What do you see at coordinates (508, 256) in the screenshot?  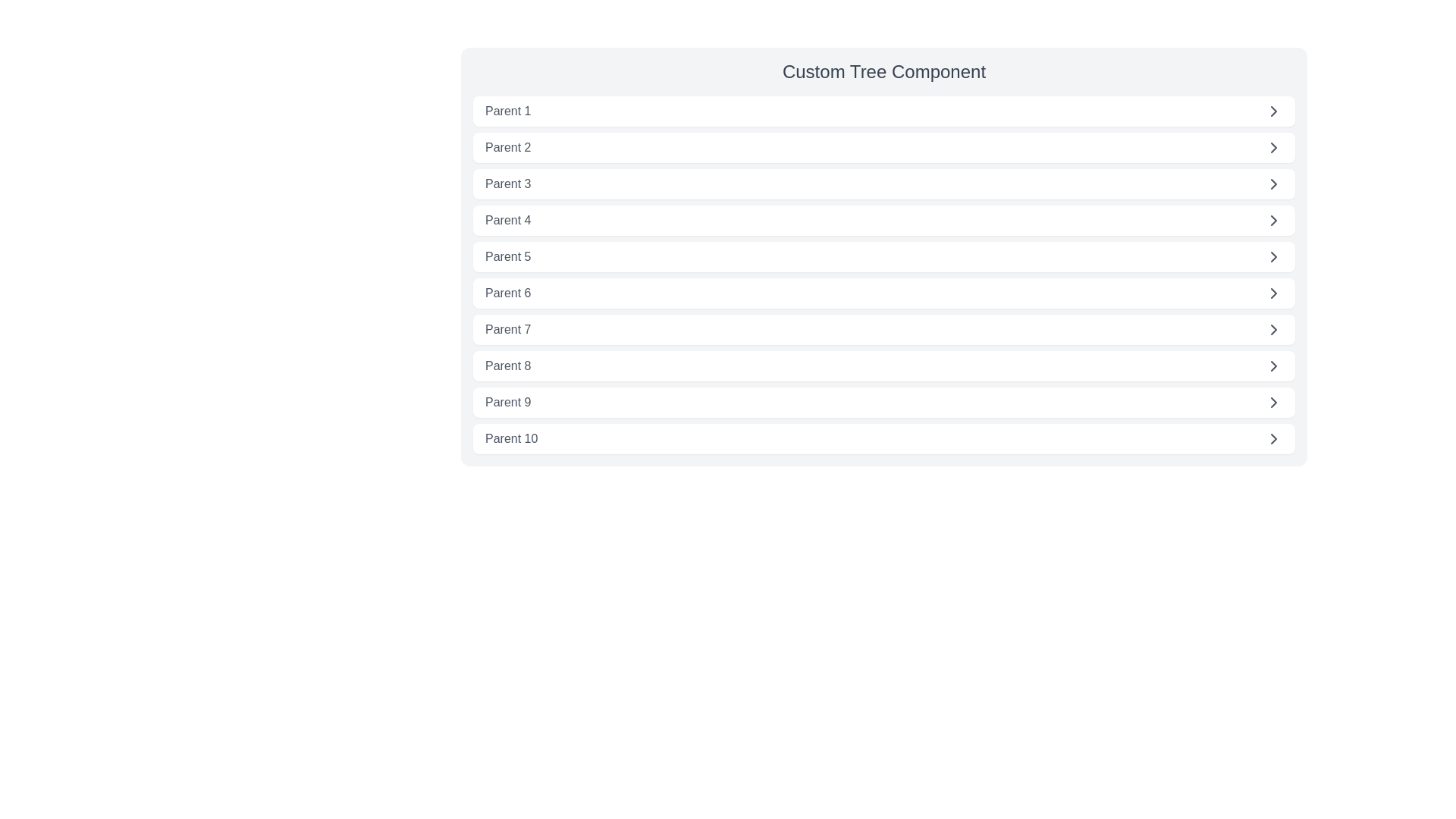 I see `the text label that serves as a descriptor for the fifth item in the vertical list to rate it` at bounding box center [508, 256].